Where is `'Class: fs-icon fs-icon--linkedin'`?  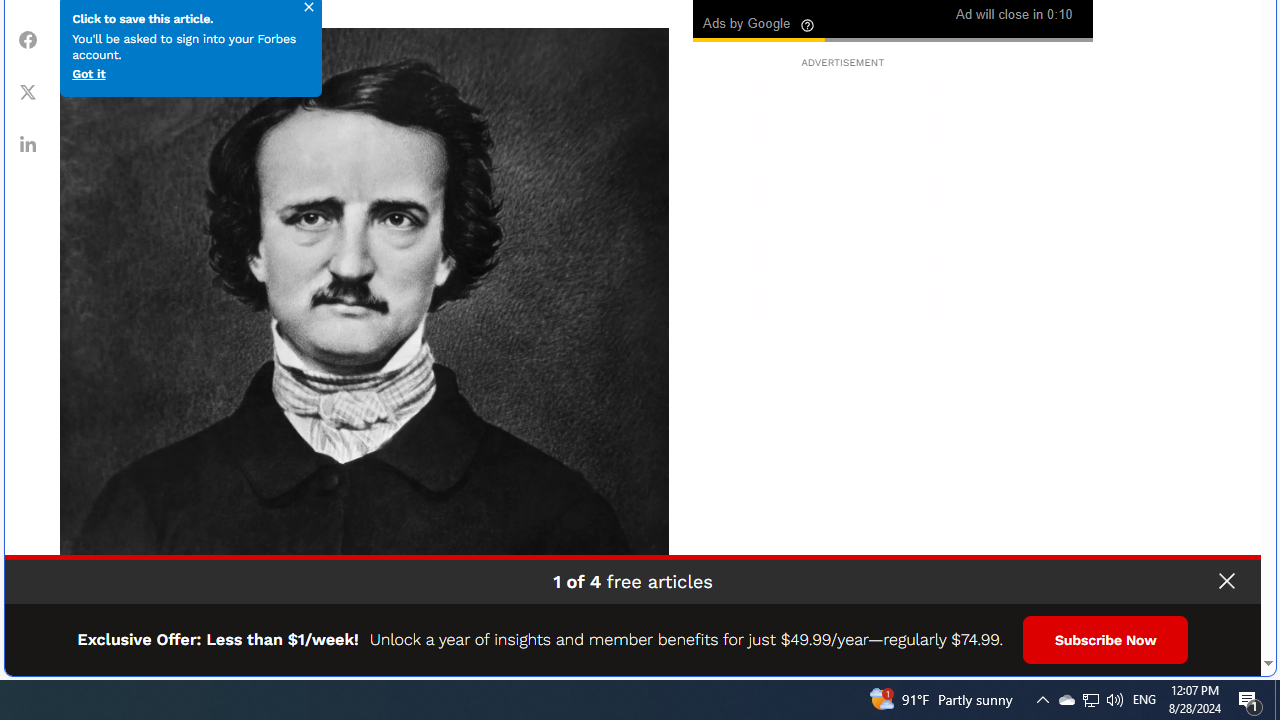
'Class: fs-icon fs-icon--linkedin' is located at coordinates (28, 142).